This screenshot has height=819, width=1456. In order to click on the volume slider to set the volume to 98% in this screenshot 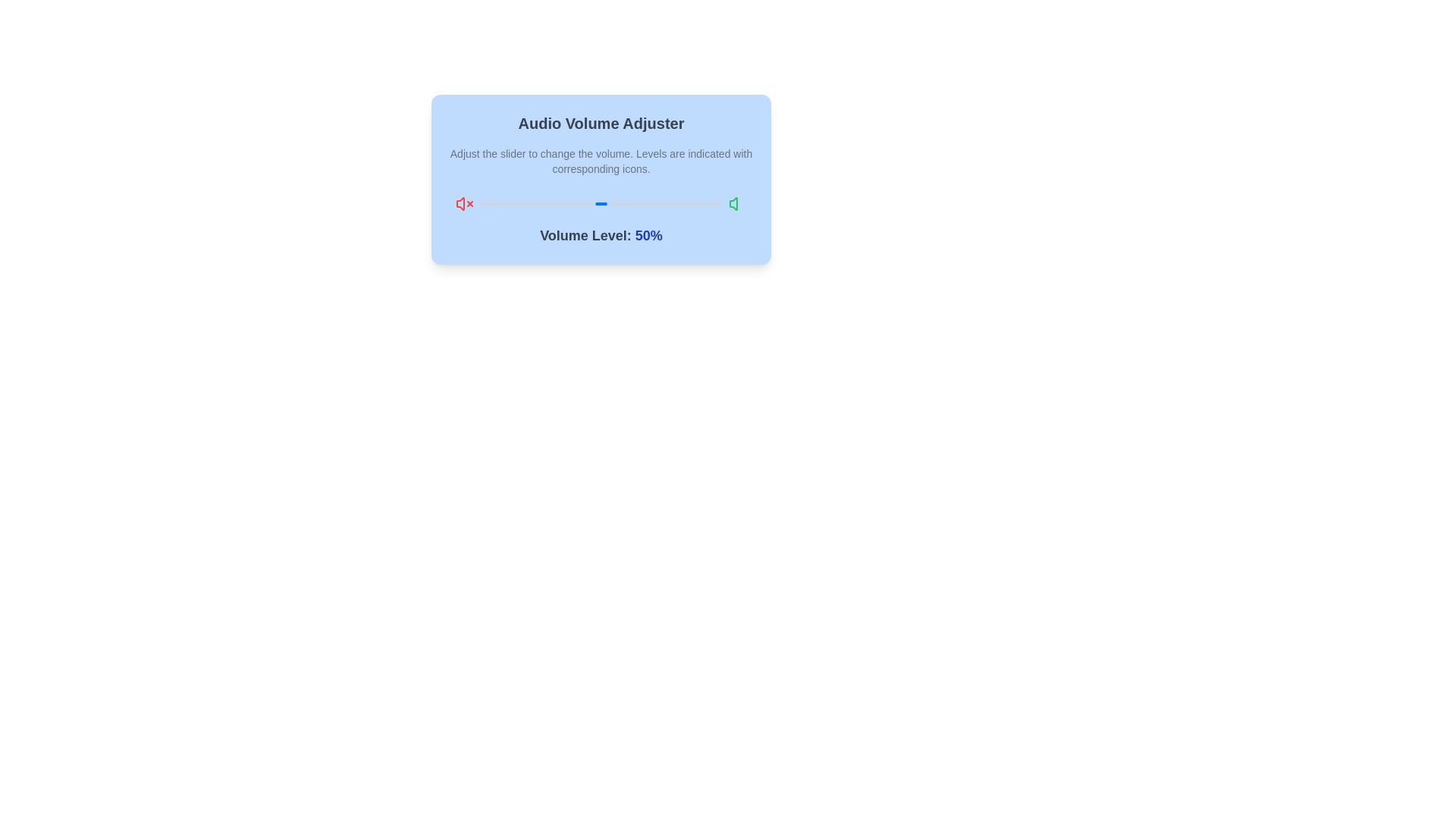, I will do `click(717, 203)`.